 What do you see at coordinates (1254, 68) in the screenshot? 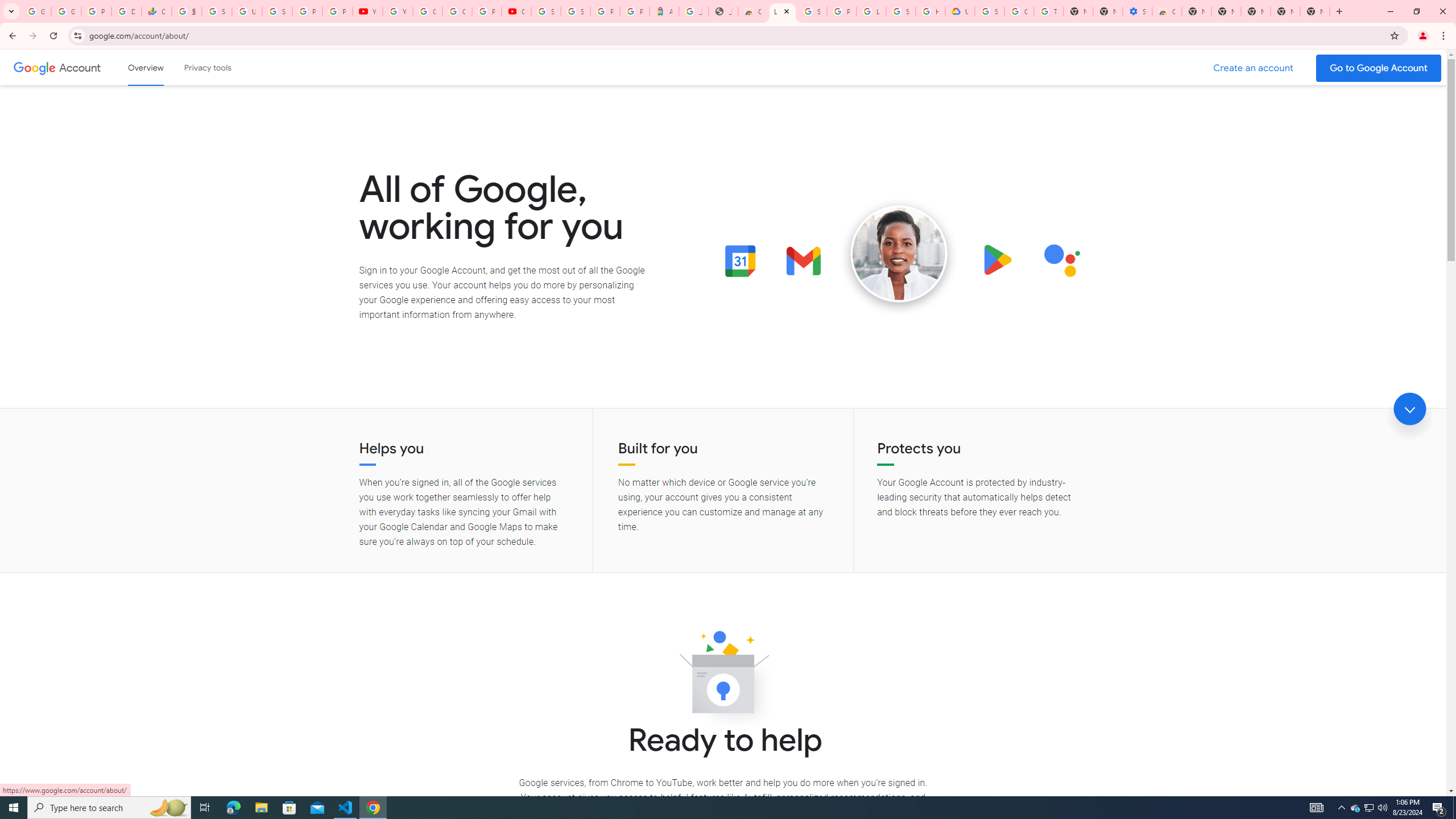
I see `'Create a Google Account'` at bounding box center [1254, 68].